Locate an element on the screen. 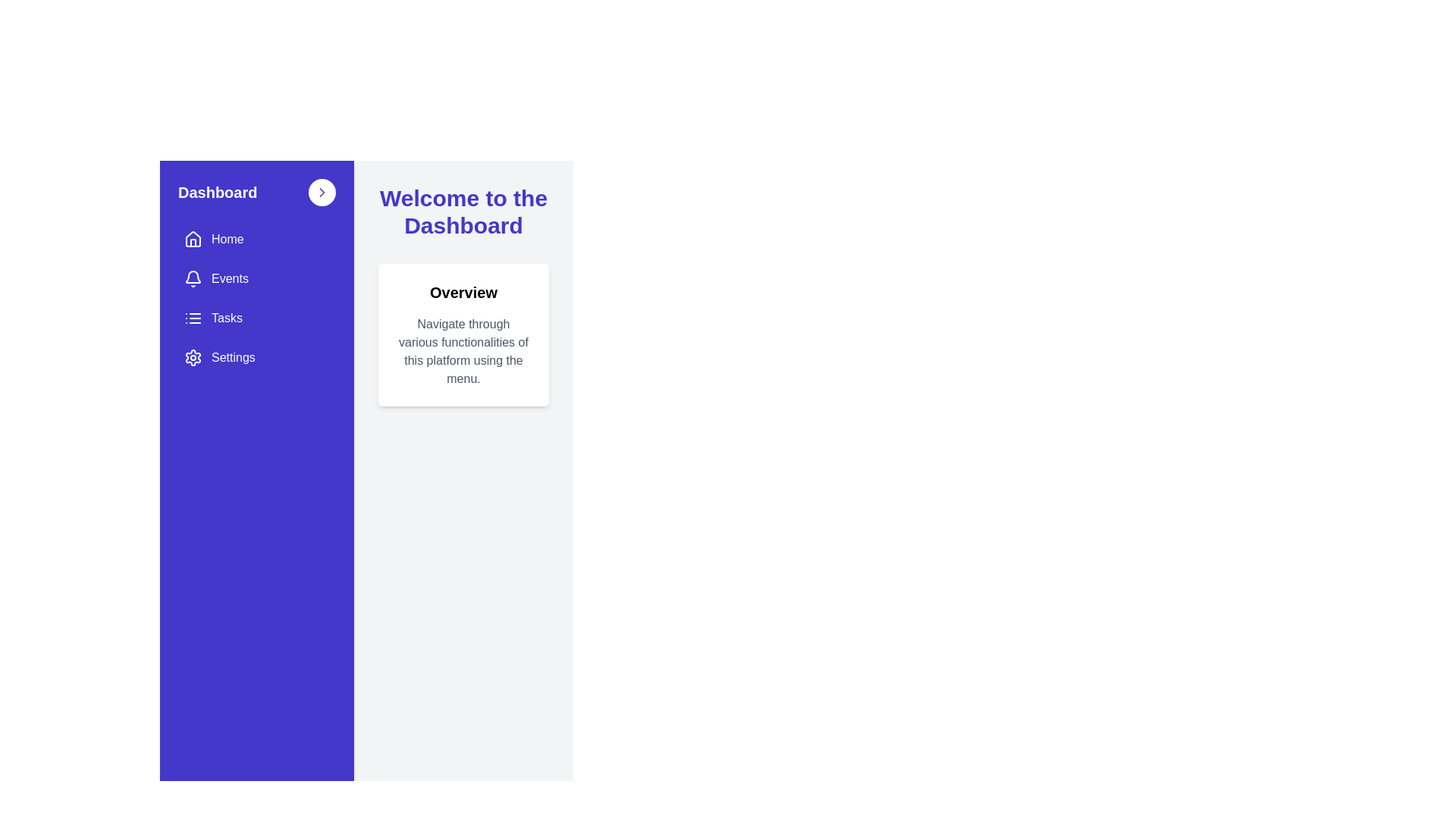 Image resolution: width=1456 pixels, height=819 pixels. the bell icon in the sidebar menu associated with the 'Events' menu item is located at coordinates (192, 277).